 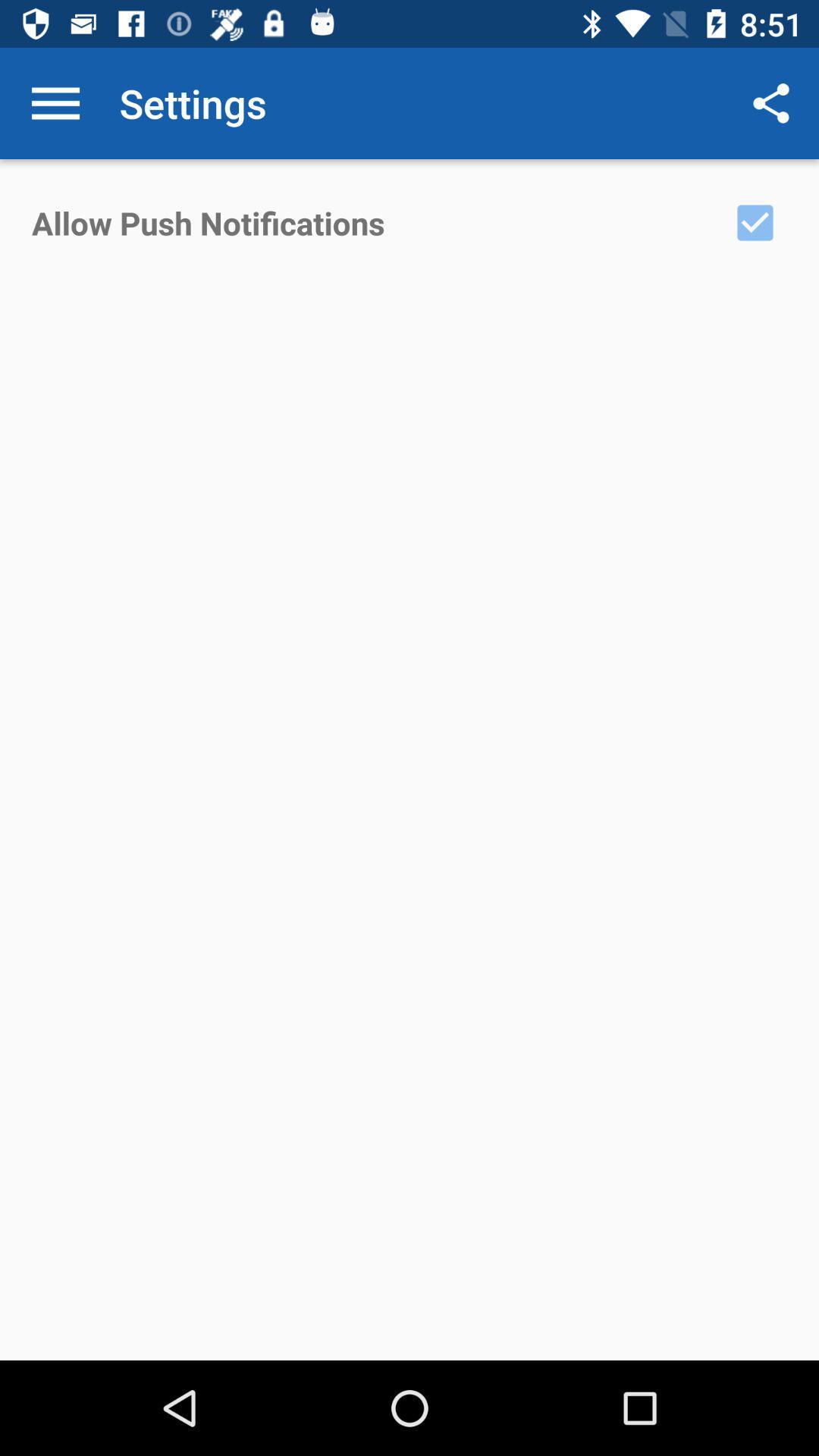 I want to click on toggles notifications, so click(x=755, y=221).